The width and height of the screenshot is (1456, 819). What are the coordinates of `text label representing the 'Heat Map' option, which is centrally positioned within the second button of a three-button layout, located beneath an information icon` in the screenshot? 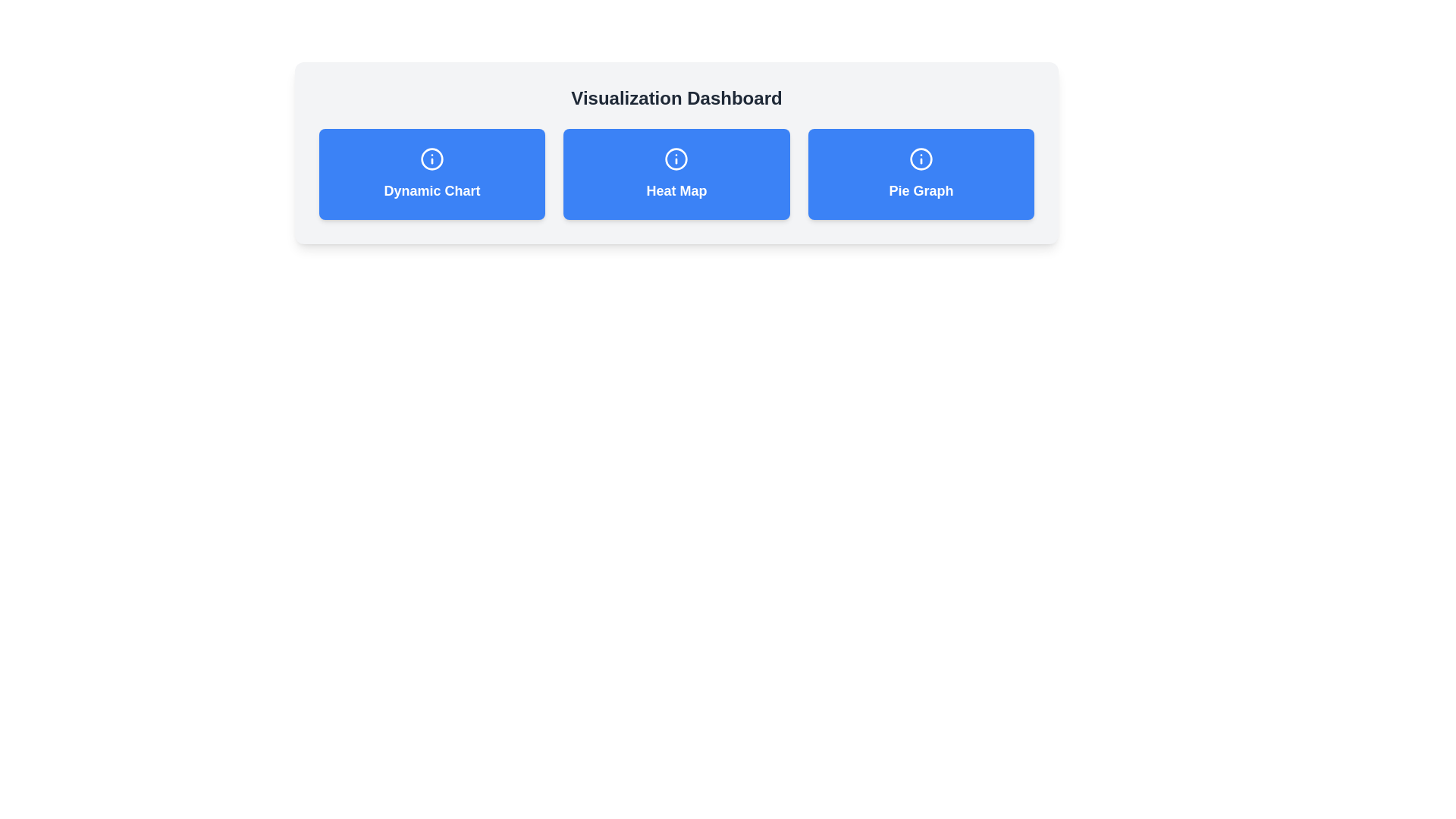 It's located at (676, 190).